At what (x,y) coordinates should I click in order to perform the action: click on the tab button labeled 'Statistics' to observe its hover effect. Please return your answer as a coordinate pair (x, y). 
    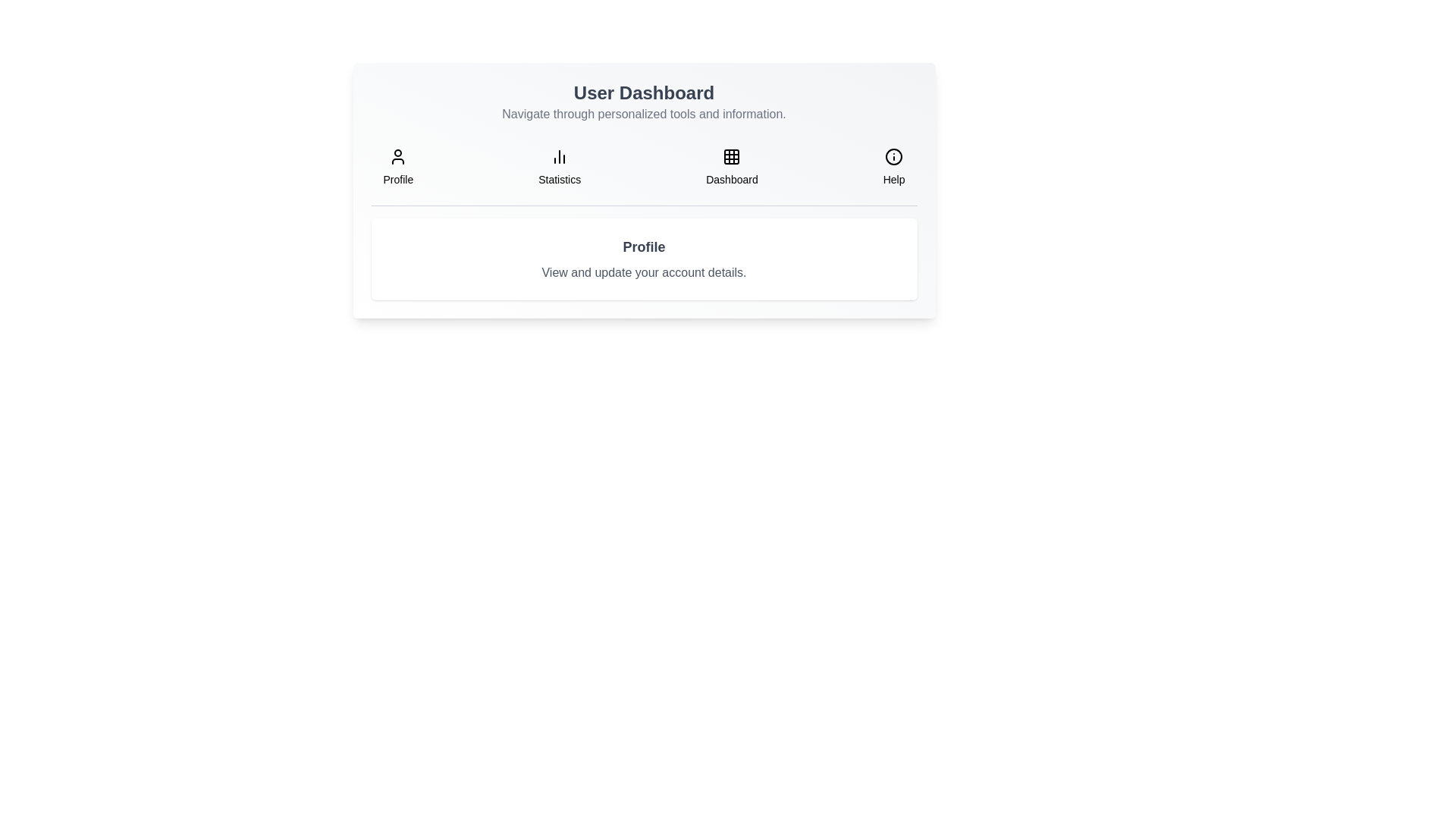
    Looking at the image, I should click on (559, 167).